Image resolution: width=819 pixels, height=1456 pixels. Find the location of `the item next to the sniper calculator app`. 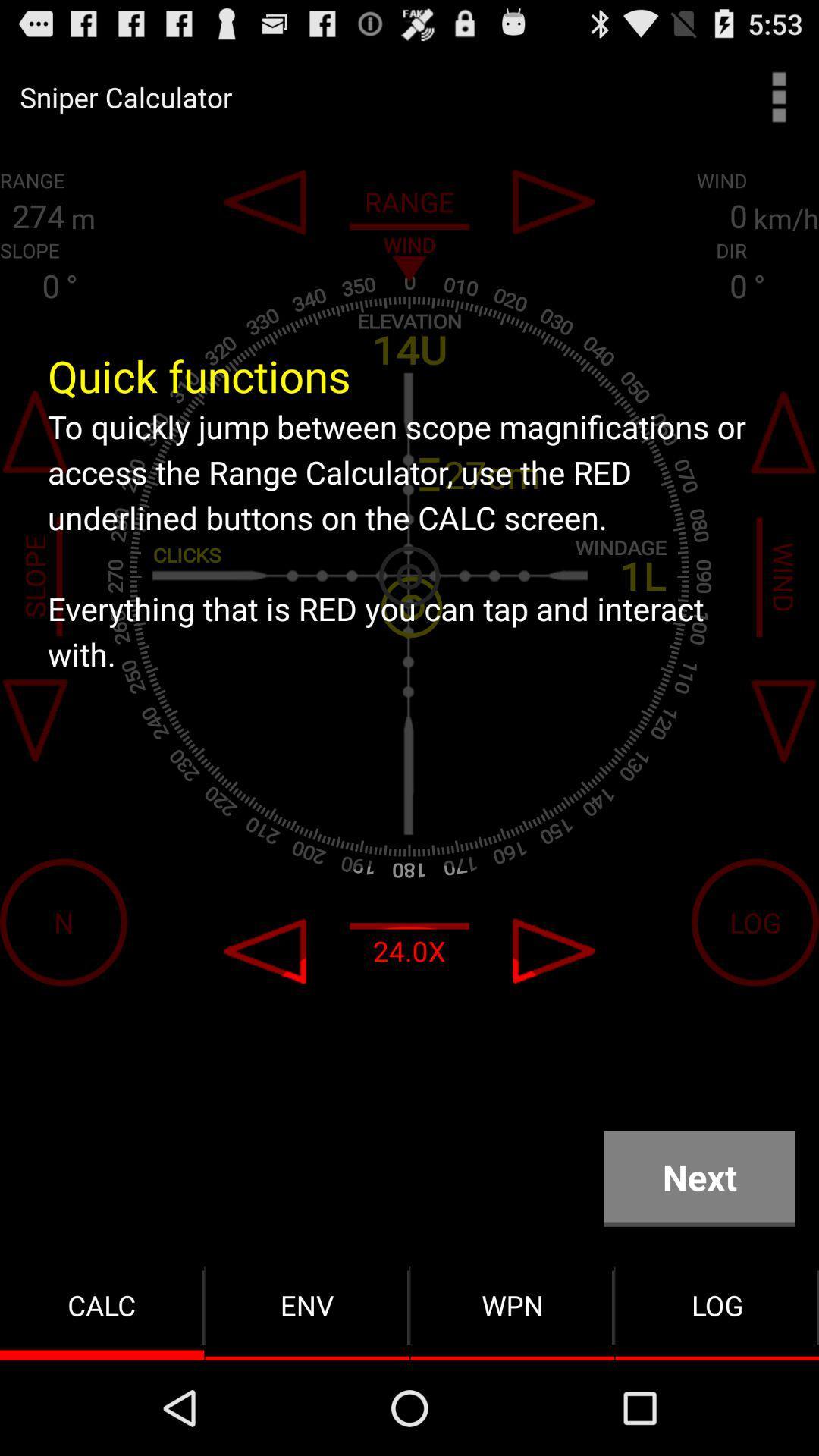

the item next to the sniper calculator app is located at coordinates (779, 96).